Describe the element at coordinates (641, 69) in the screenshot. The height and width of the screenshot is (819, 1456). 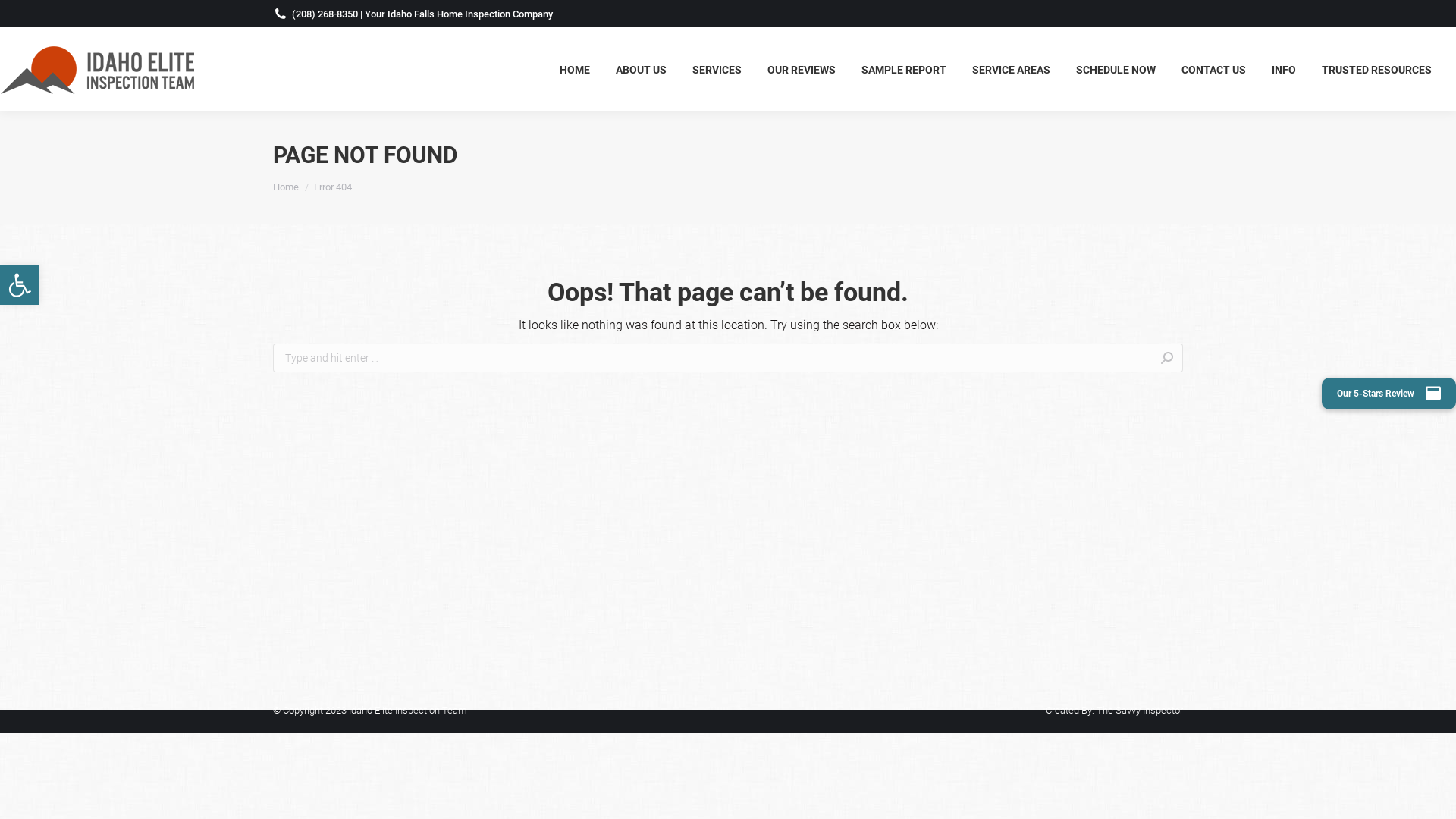
I see `'ABOUT US'` at that location.